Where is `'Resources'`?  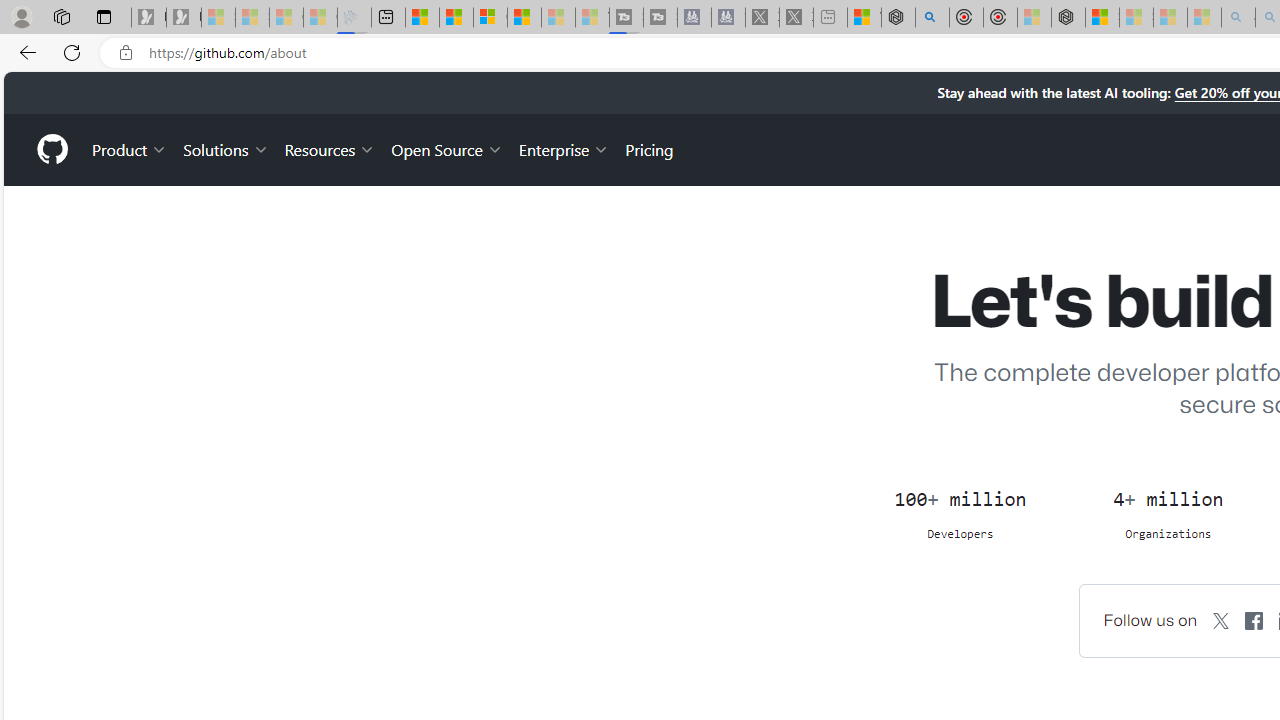 'Resources' is located at coordinates (330, 148).